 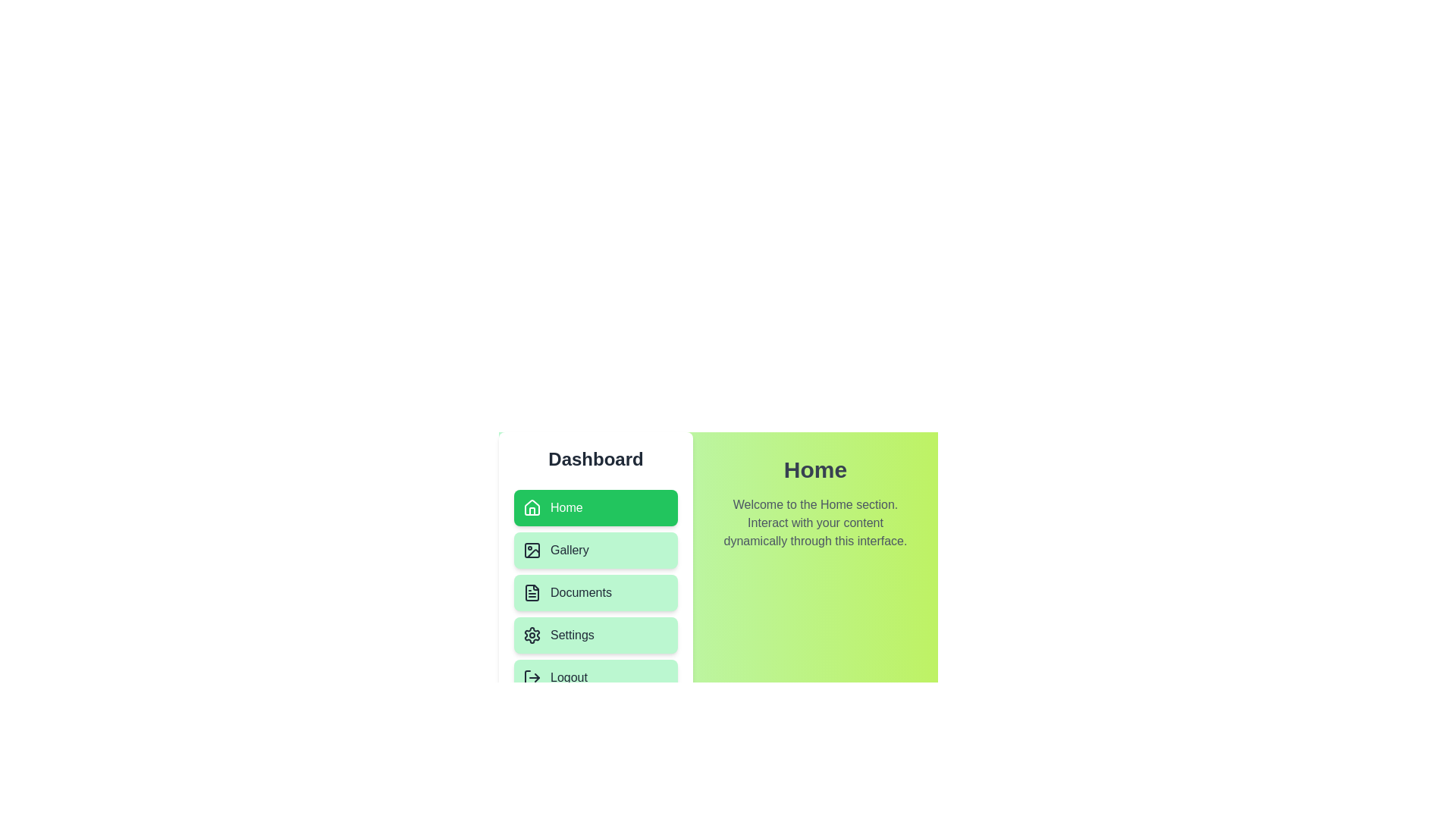 What do you see at coordinates (595, 635) in the screenshot?
I see `the menu item corresponding to Settings` at bounding box center [595, 635].